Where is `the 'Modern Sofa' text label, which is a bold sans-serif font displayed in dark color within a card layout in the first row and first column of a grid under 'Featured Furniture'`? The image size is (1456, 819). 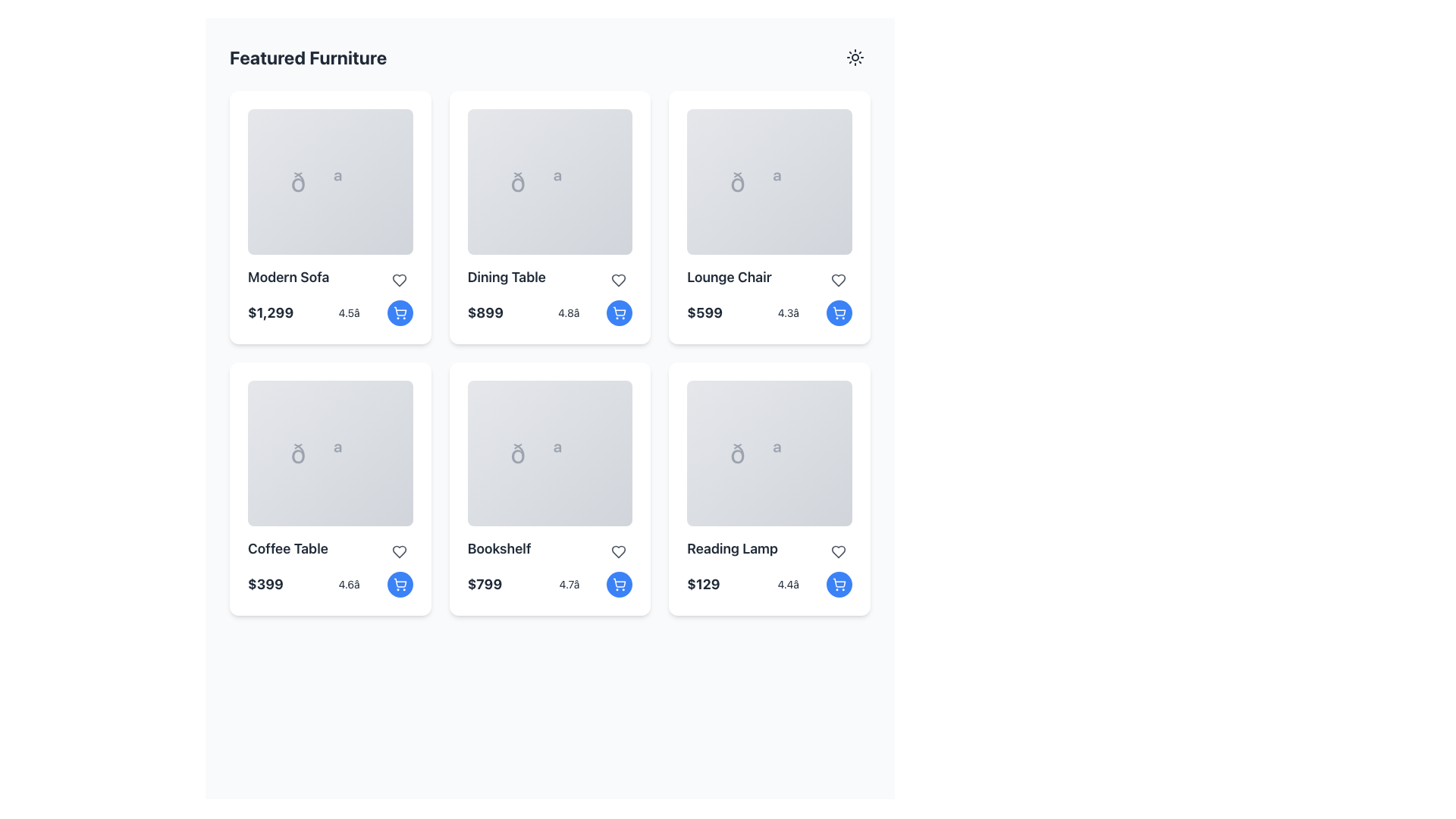
the 'Modern Sofa' text label, which is a bold sans-serif font displayed in dark color within a card layout in the first row and first column of a grid under 'Featured Furniture' is located at coordinates (288, 278).